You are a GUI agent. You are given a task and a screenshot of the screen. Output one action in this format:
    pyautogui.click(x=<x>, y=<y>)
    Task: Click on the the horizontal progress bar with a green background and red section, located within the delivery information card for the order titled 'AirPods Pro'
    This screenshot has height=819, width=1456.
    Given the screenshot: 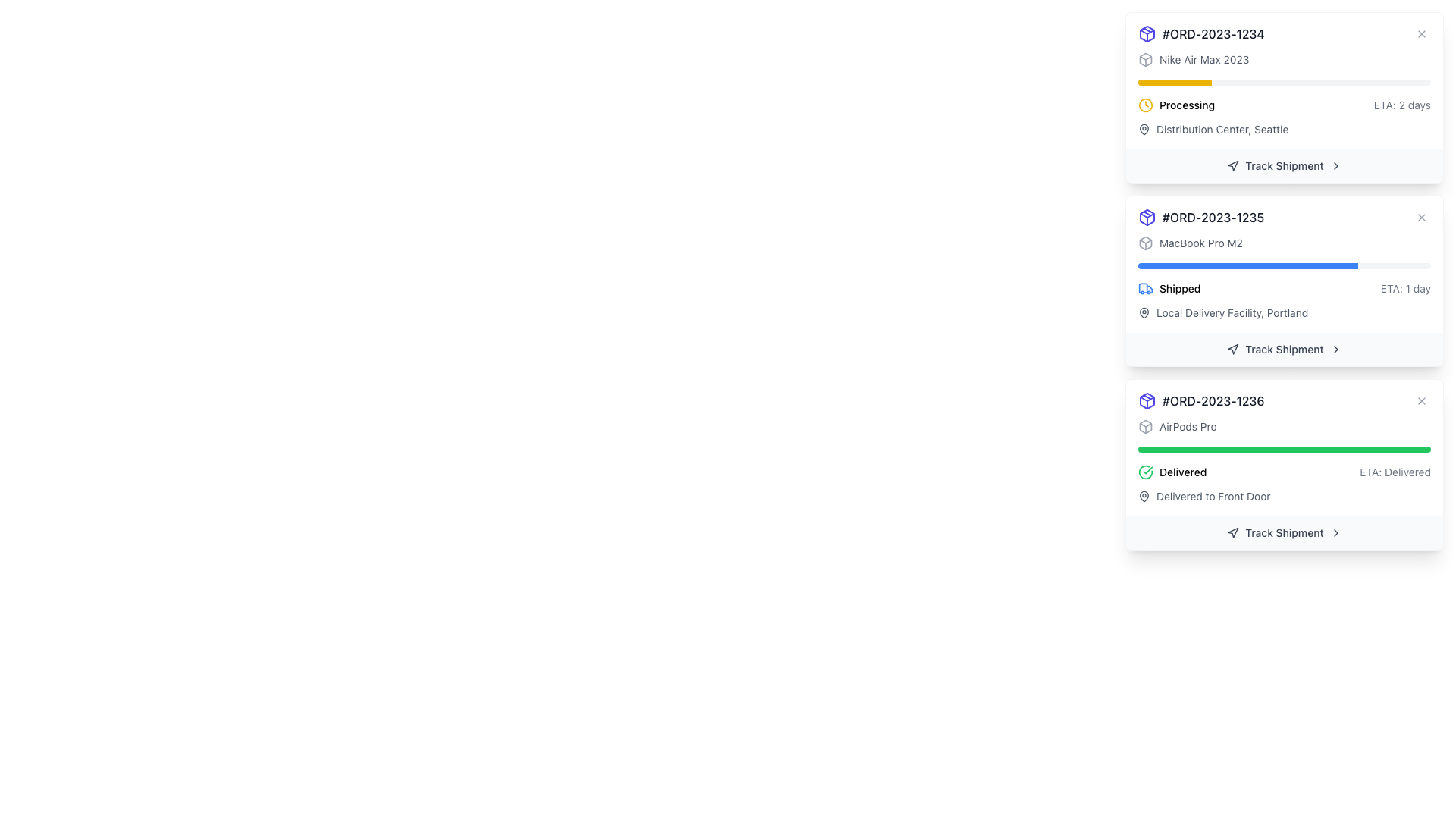 What is the action you would take?
    pyautogui.click(x=1284, y=449)
    